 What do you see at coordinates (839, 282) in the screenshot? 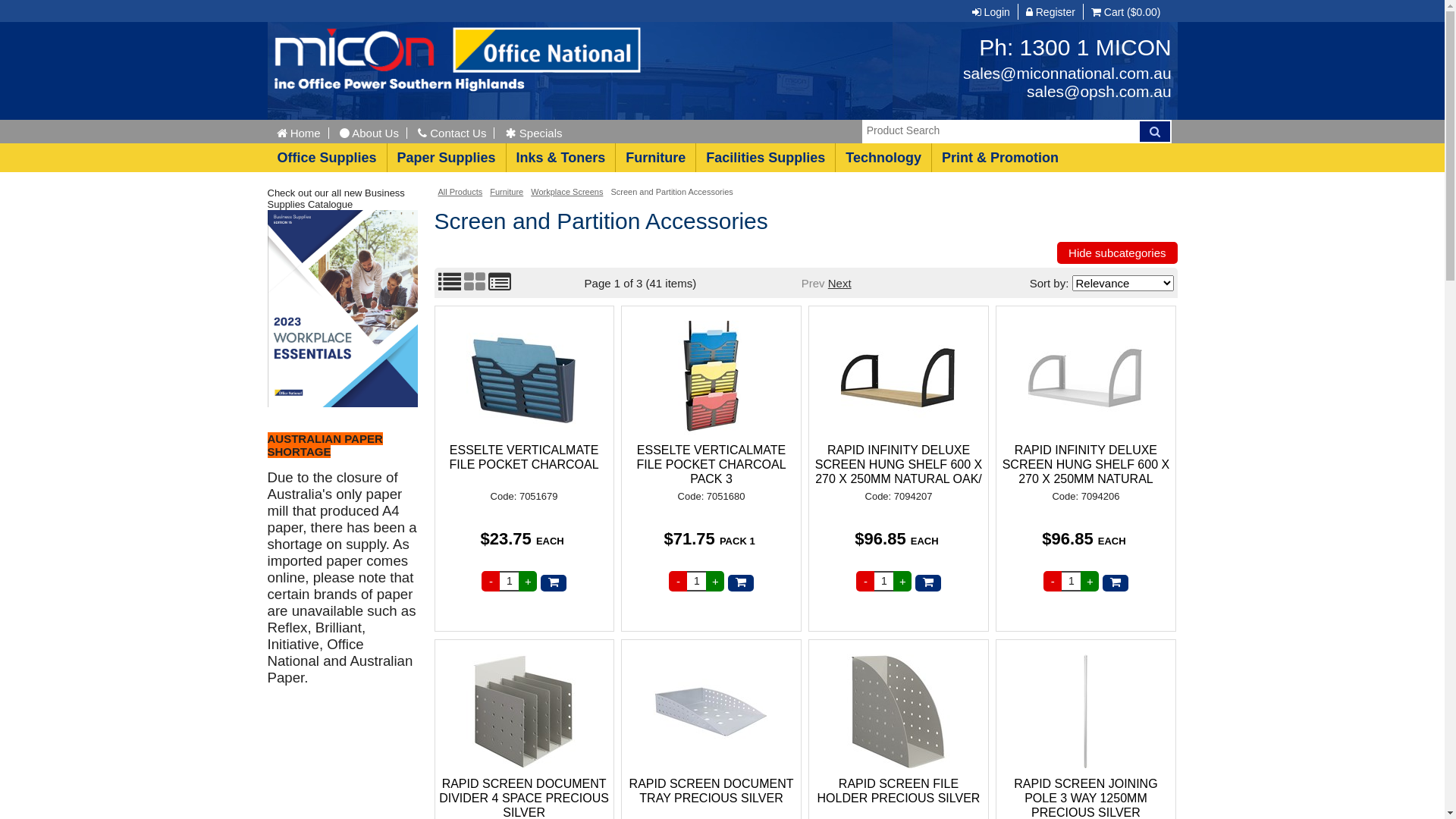
I see `'Next'` at bounding box center [839, 282].